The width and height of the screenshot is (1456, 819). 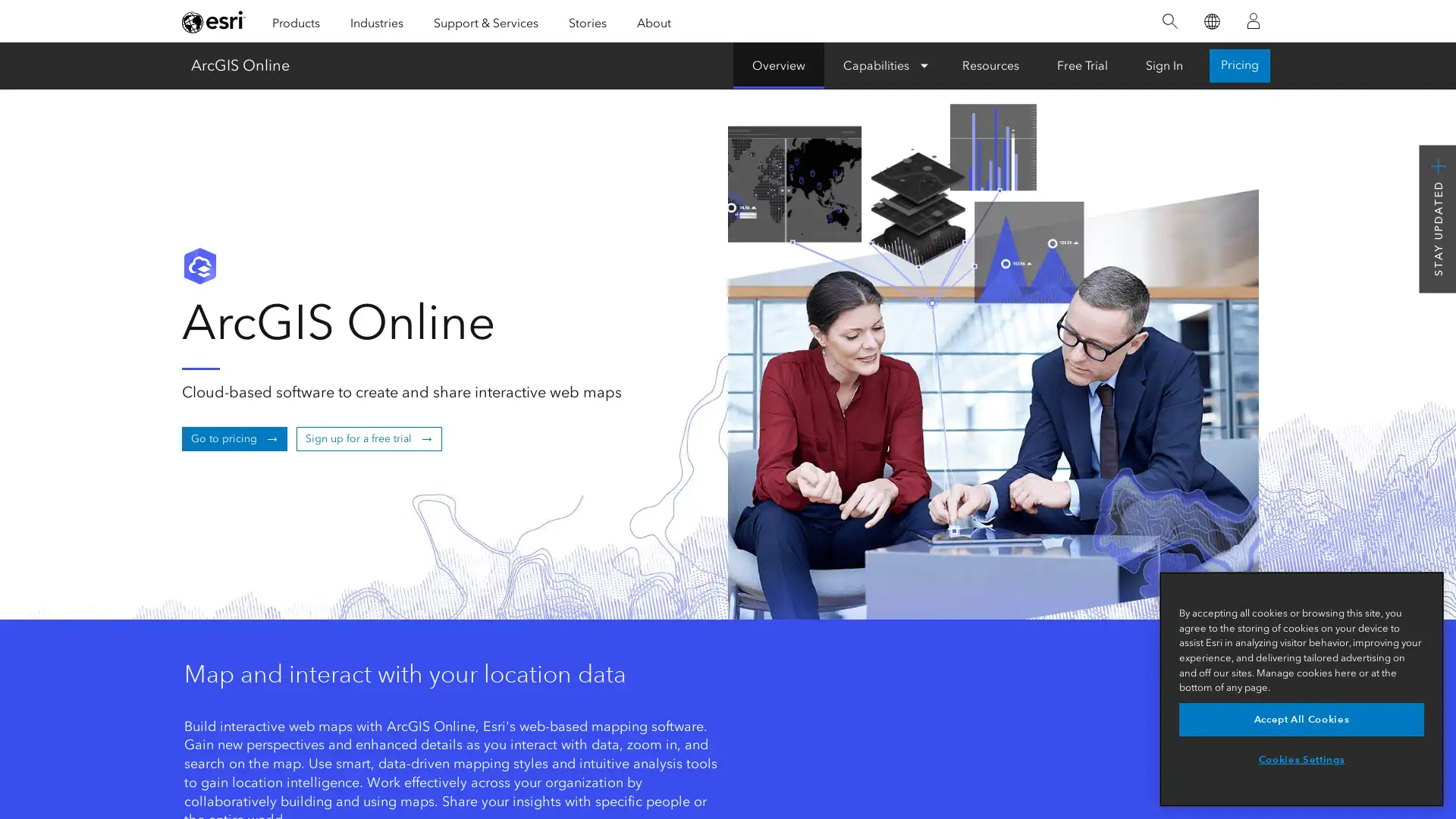 I want to click on Search, so click(x=1169, y=20).